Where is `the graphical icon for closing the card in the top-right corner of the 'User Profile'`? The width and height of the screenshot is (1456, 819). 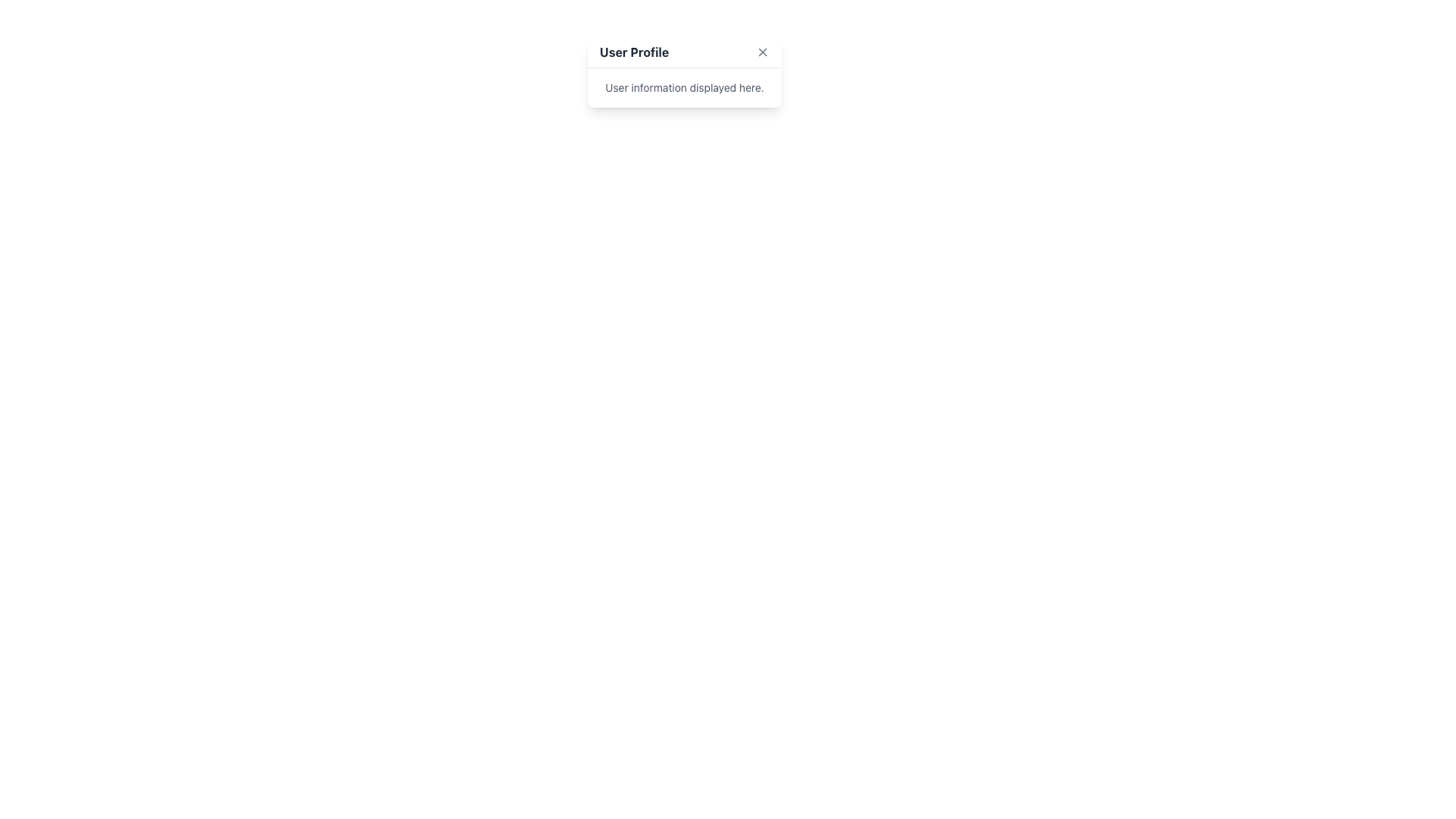
the graphical icon for closing the card in the top-right corner of the 'User Profile' is located at coordinates (763, 51).